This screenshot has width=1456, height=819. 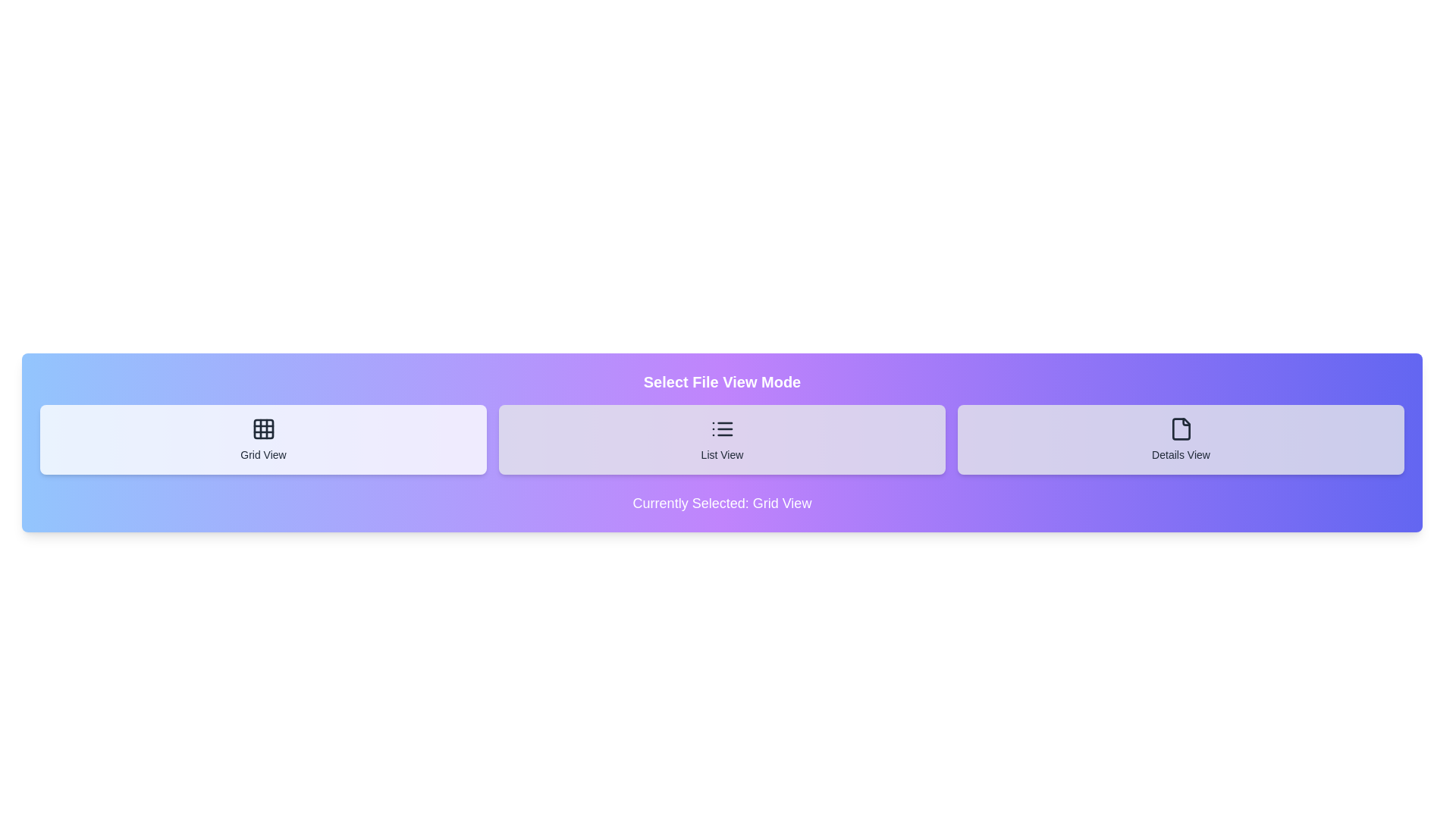 What do you see at coordinates (263, 439) in the screenshot?
I see `the button corresponding to the desired file view mode: Grid View` at bounding box center [263, 439].